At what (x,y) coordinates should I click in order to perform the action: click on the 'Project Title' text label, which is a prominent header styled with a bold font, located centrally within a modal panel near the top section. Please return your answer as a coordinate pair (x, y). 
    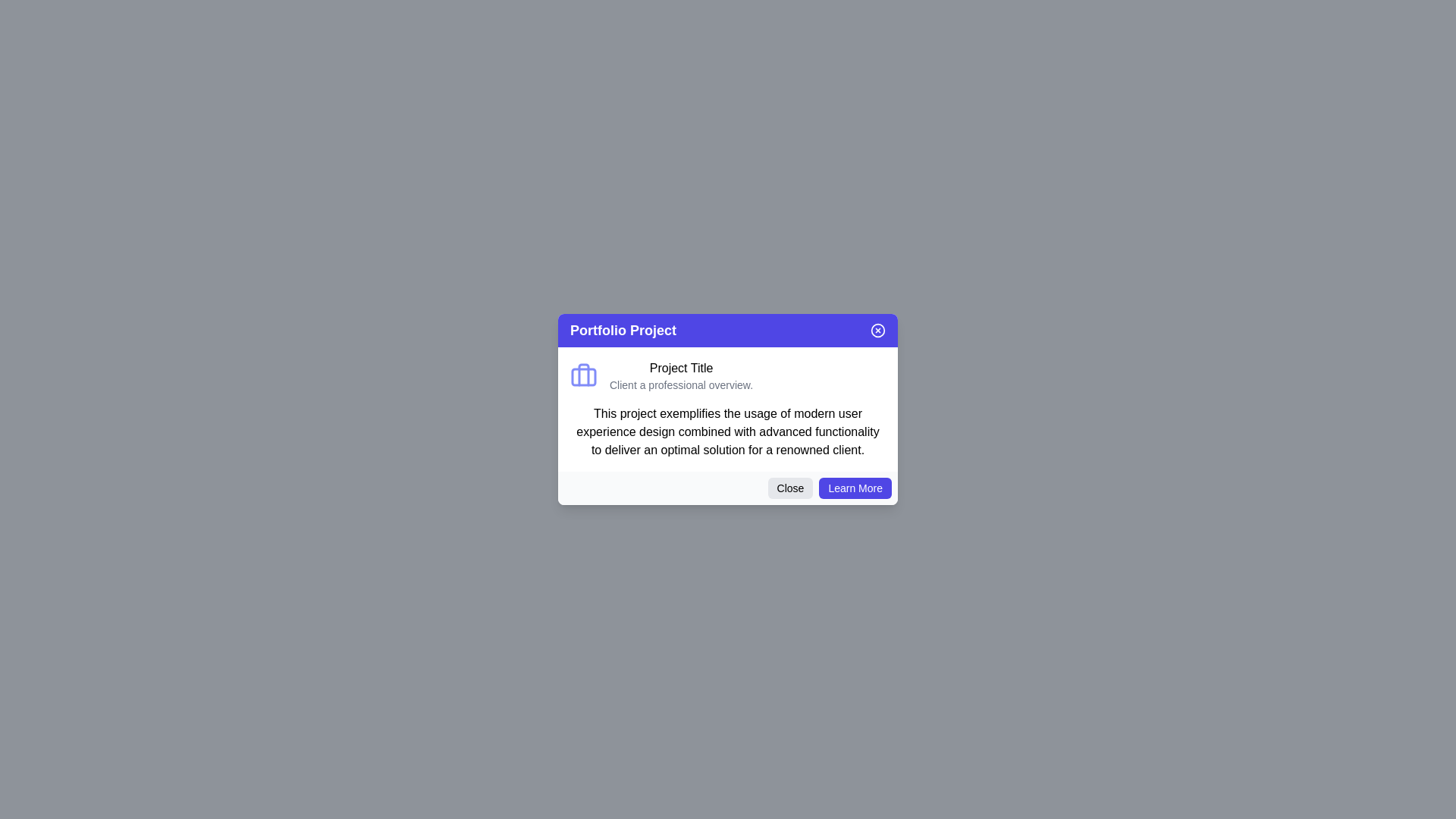
    Looking at the image, I should click on (680, 369).